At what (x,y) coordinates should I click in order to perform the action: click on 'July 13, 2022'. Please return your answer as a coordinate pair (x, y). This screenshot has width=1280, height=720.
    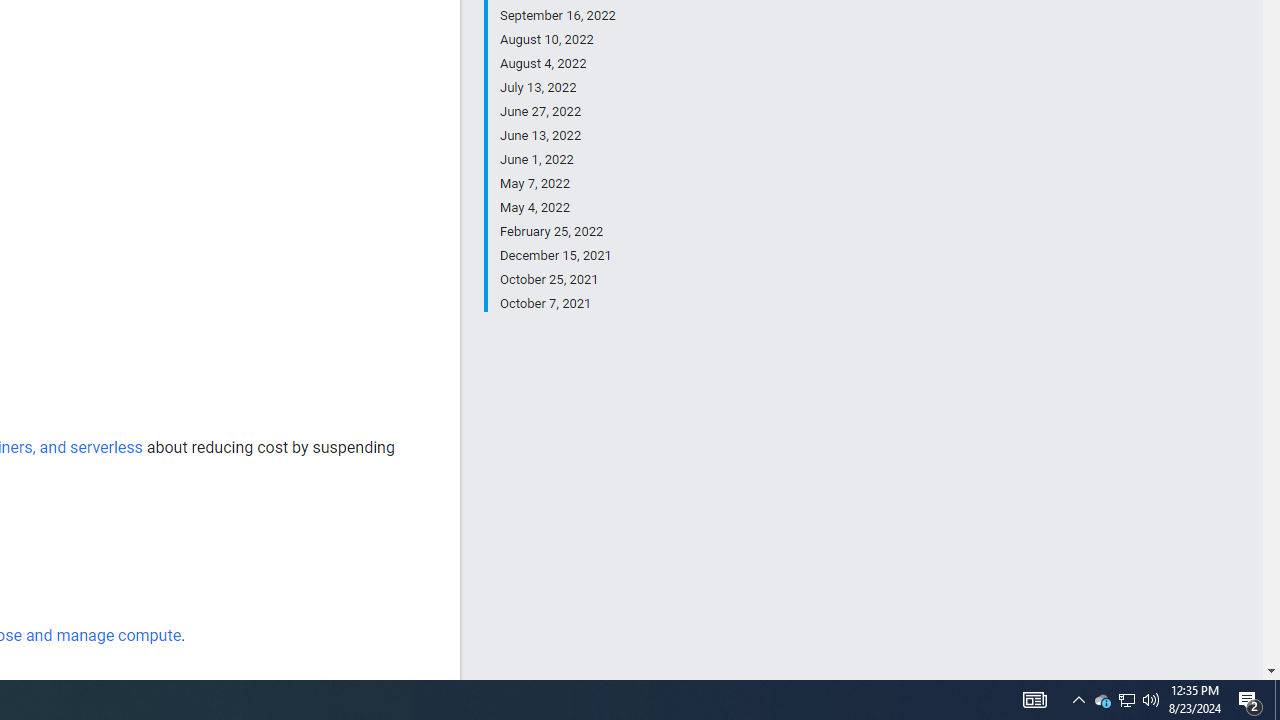
    Looking at the image, I should click on (557, 87).